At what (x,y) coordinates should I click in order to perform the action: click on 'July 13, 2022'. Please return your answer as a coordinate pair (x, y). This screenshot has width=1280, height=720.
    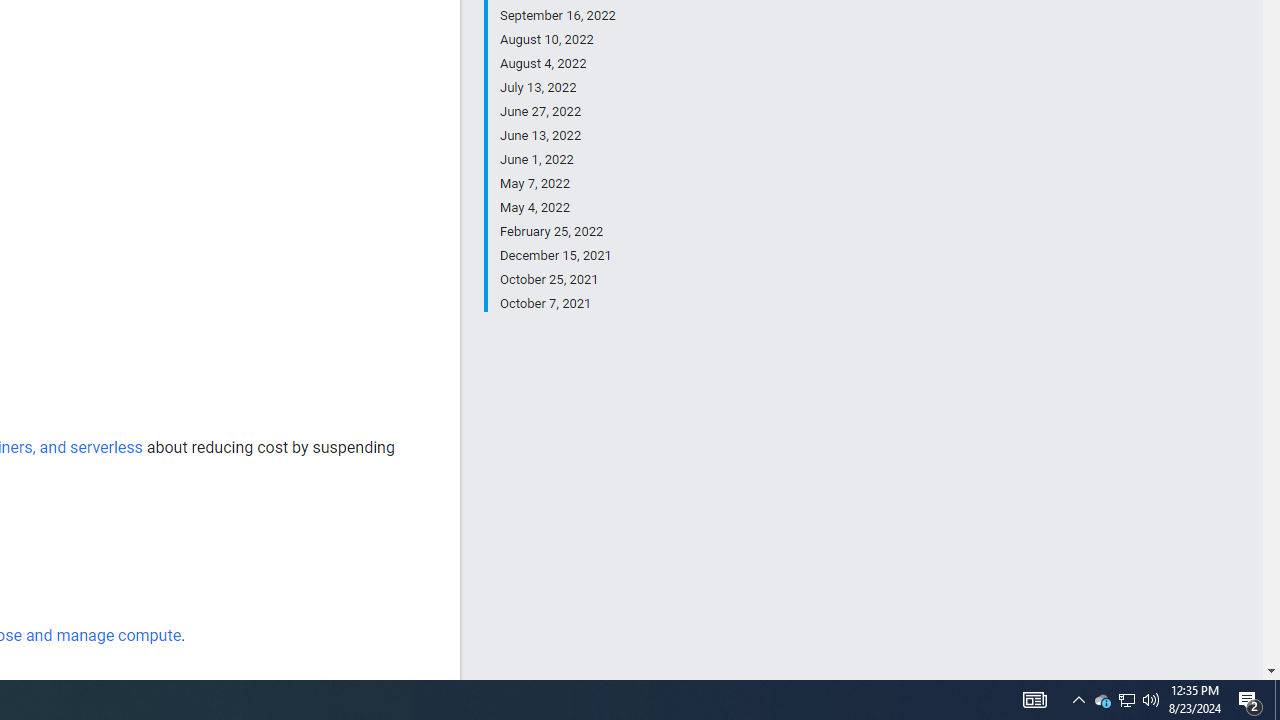
    Looking at the image, I should click on (557, 87).